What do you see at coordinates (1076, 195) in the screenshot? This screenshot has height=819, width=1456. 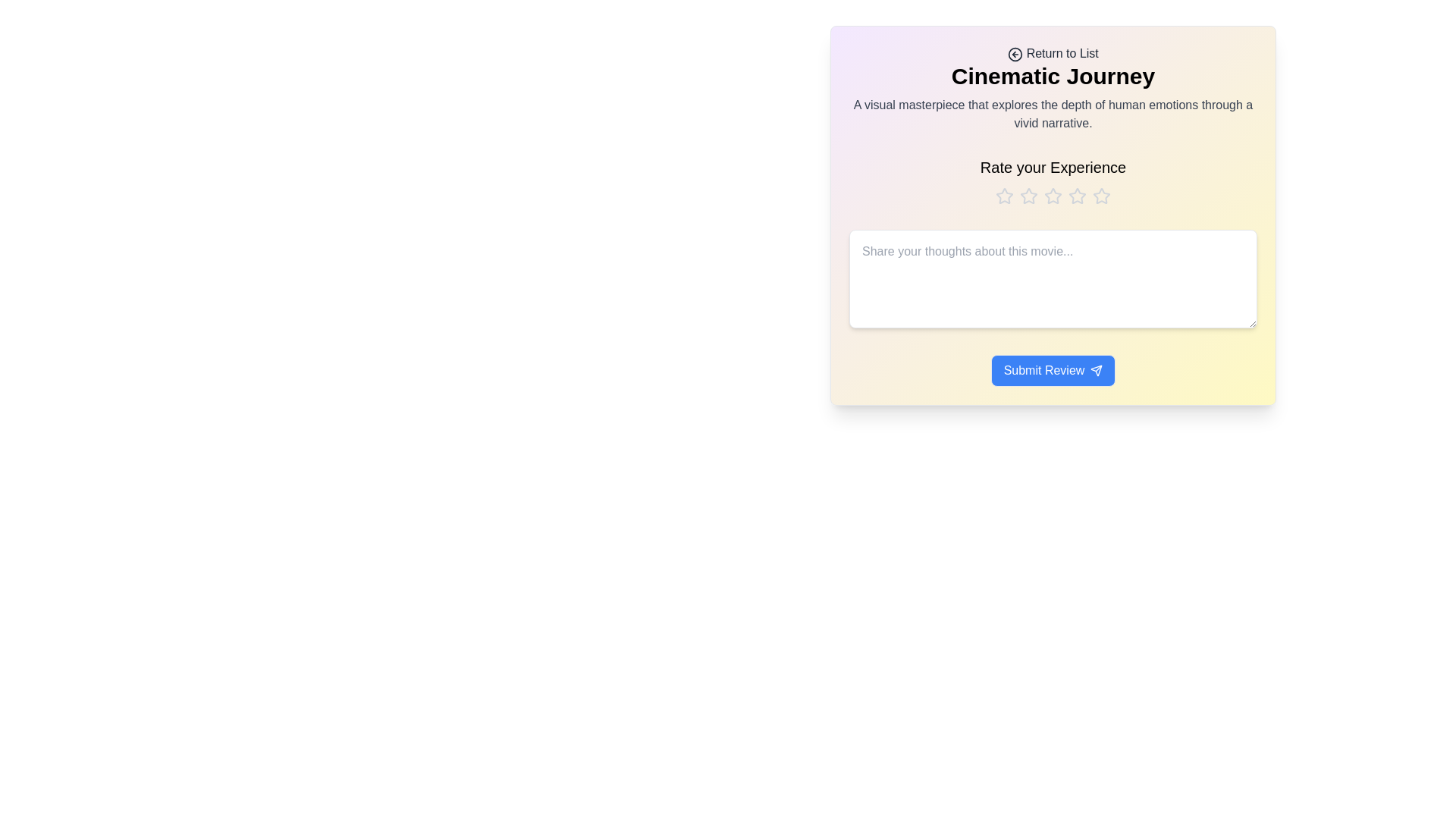 I see `the fourth star in the interactive rating system under the 'Rate your Experience' section to observe the scaling effect` at bounding box center [1076, 195].